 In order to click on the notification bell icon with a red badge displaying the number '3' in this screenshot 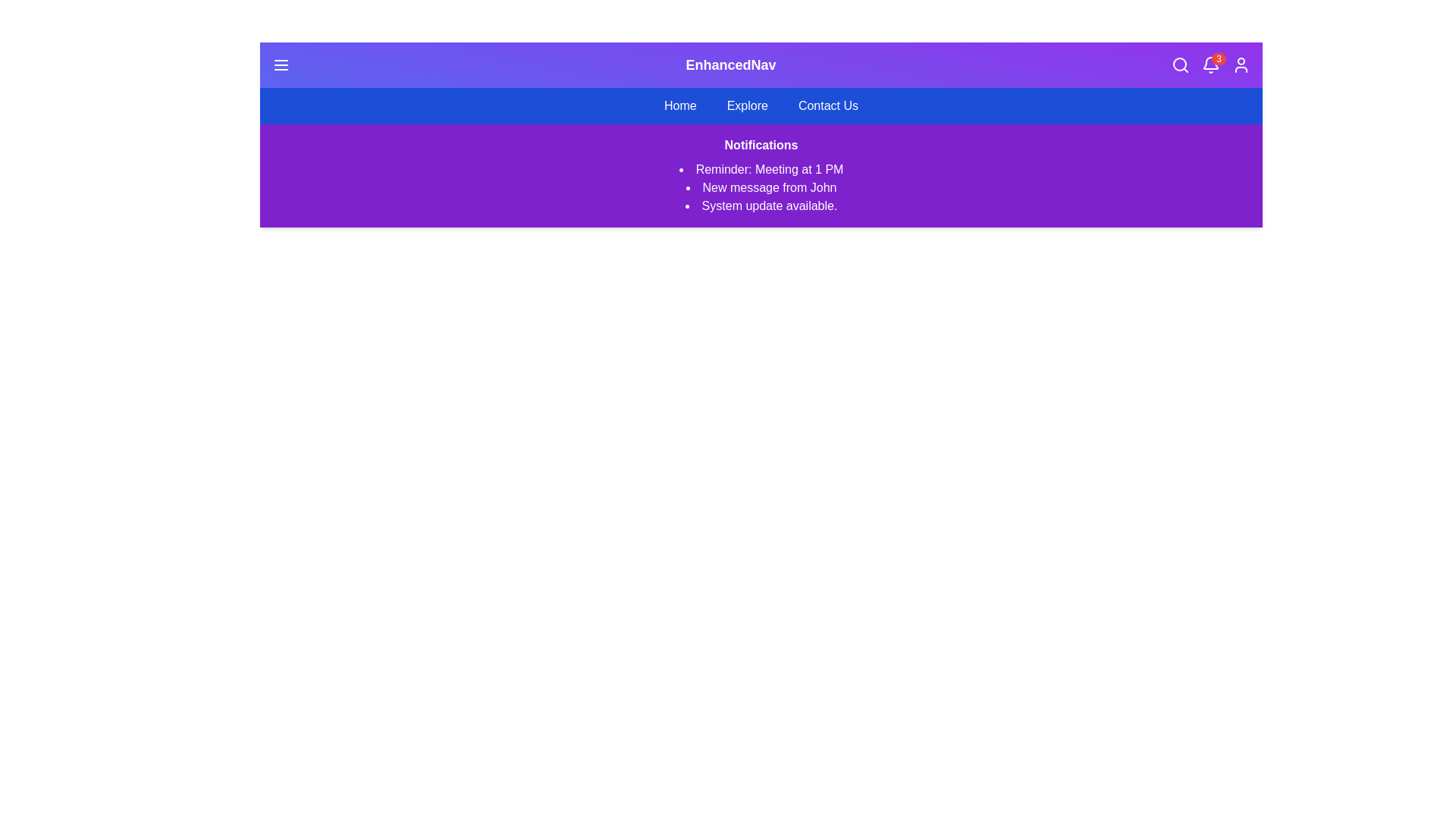, I will do `click(1210, 64)`.